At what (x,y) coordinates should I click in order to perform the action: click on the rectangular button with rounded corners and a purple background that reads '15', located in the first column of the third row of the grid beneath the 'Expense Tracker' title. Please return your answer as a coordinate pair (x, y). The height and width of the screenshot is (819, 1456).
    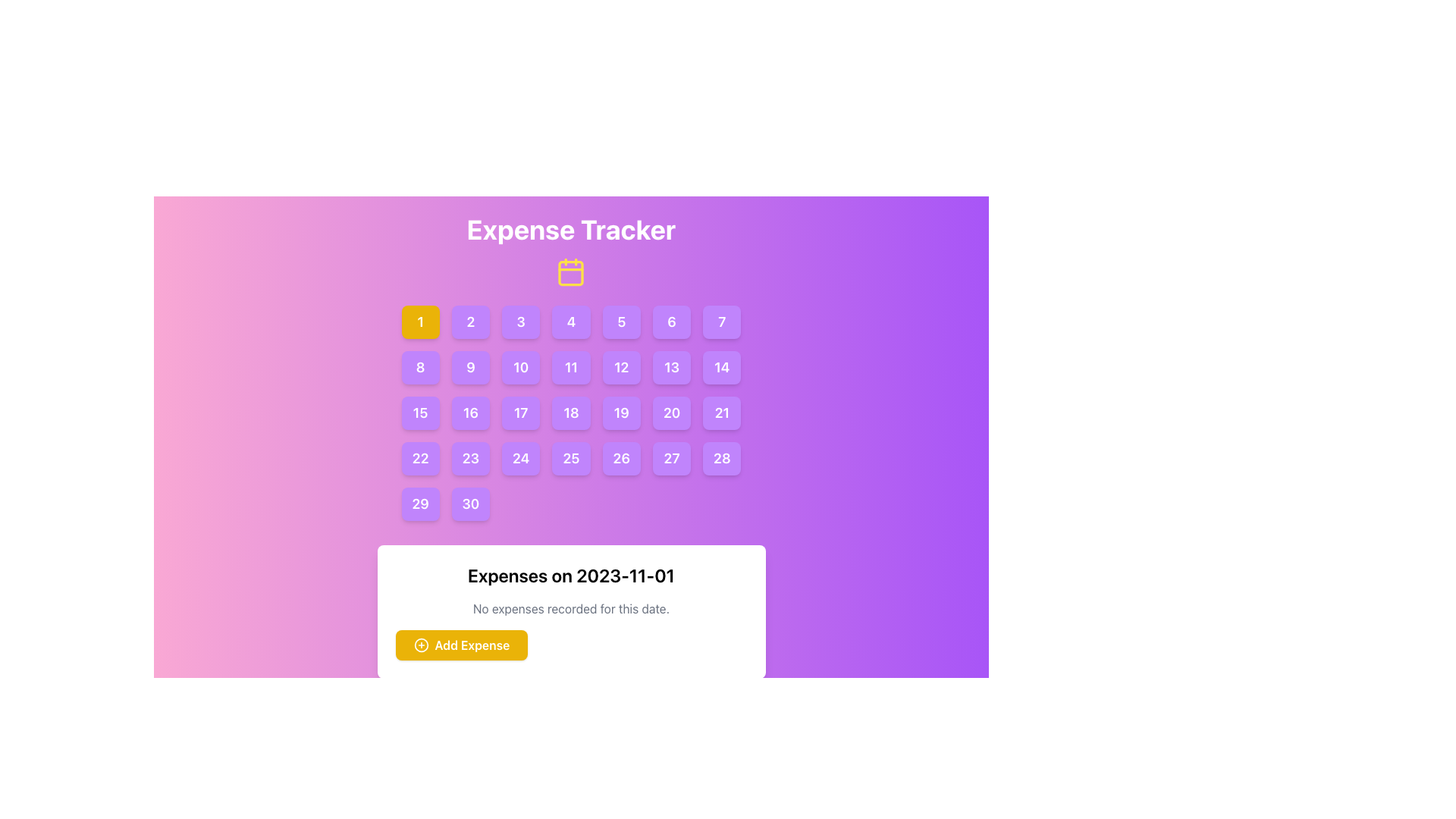
    Looking at the image, I should click on (420, 413).